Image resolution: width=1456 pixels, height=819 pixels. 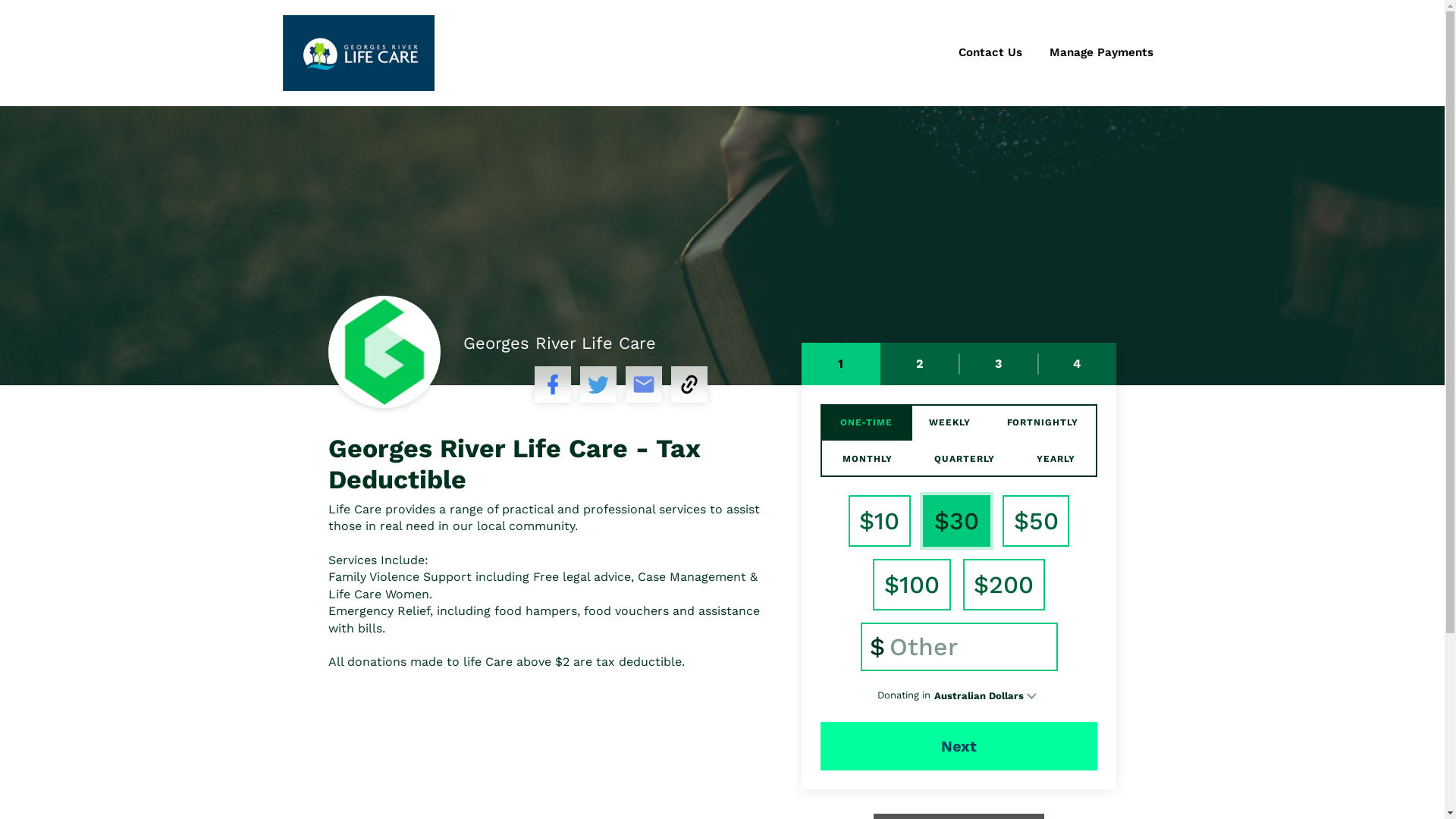 I want to click on 'ONE-TIME', so click(x=866, y=422).